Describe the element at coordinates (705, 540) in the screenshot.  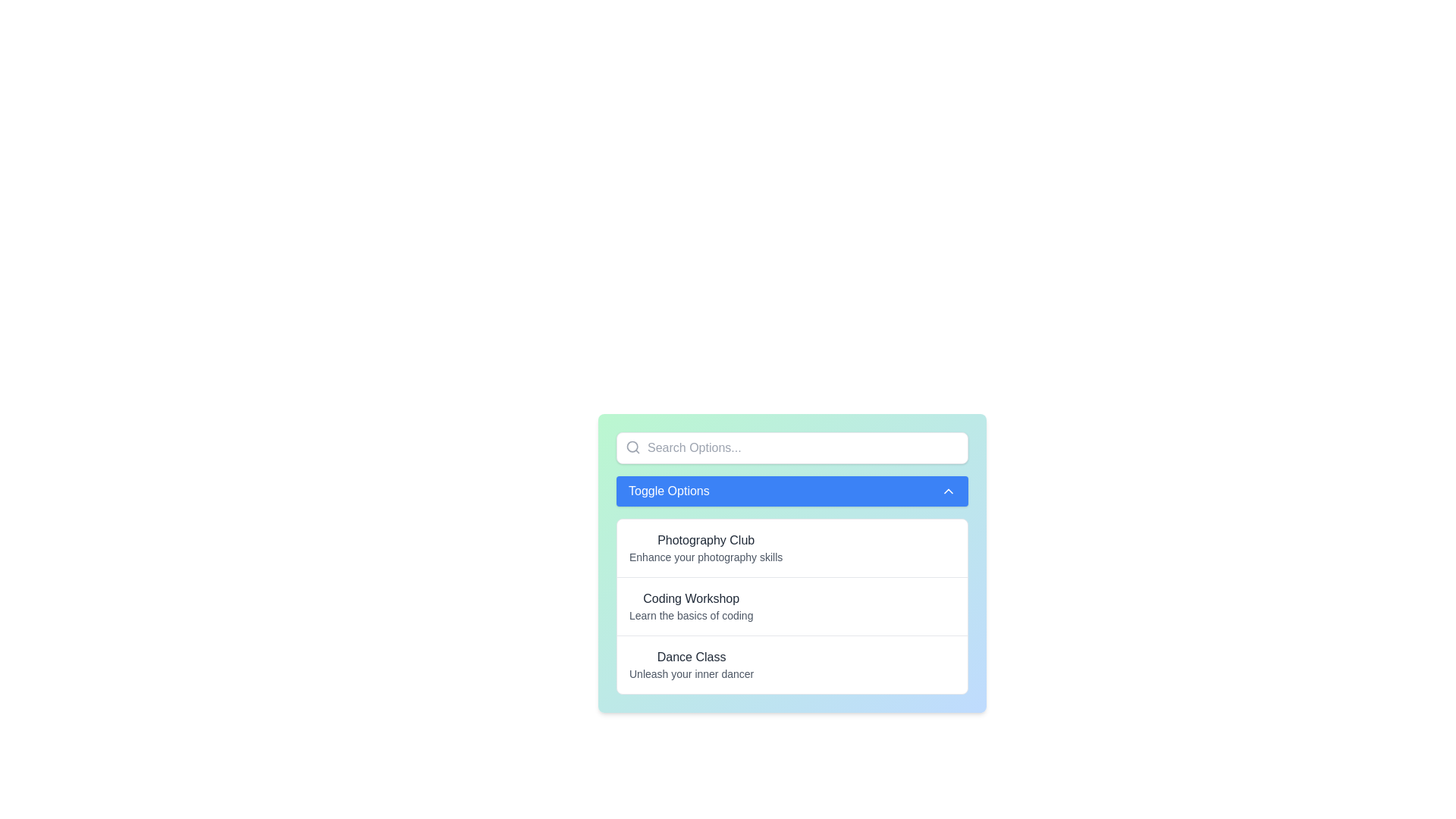
I see `'Photography Club' title text label located in the dropdown interface, positioned above 'Enhance your photography skills' and below 'Toggle Options'` at that location.